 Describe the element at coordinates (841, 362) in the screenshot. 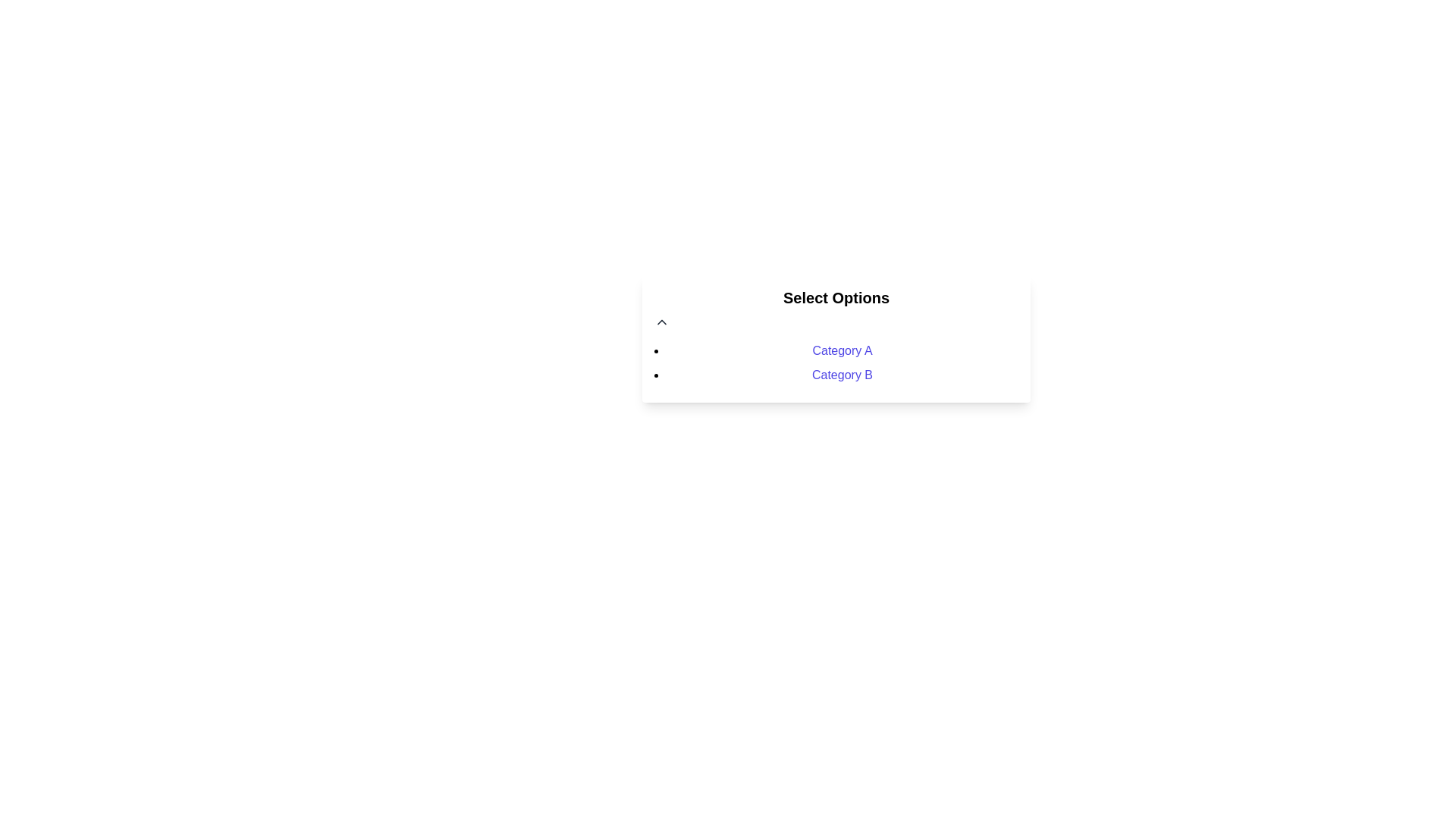

I see `the bulleted list with interactive links under the heading 'Select Options', which includes clickable hyperlinks 'Category A' and 'Category B'` at that location.